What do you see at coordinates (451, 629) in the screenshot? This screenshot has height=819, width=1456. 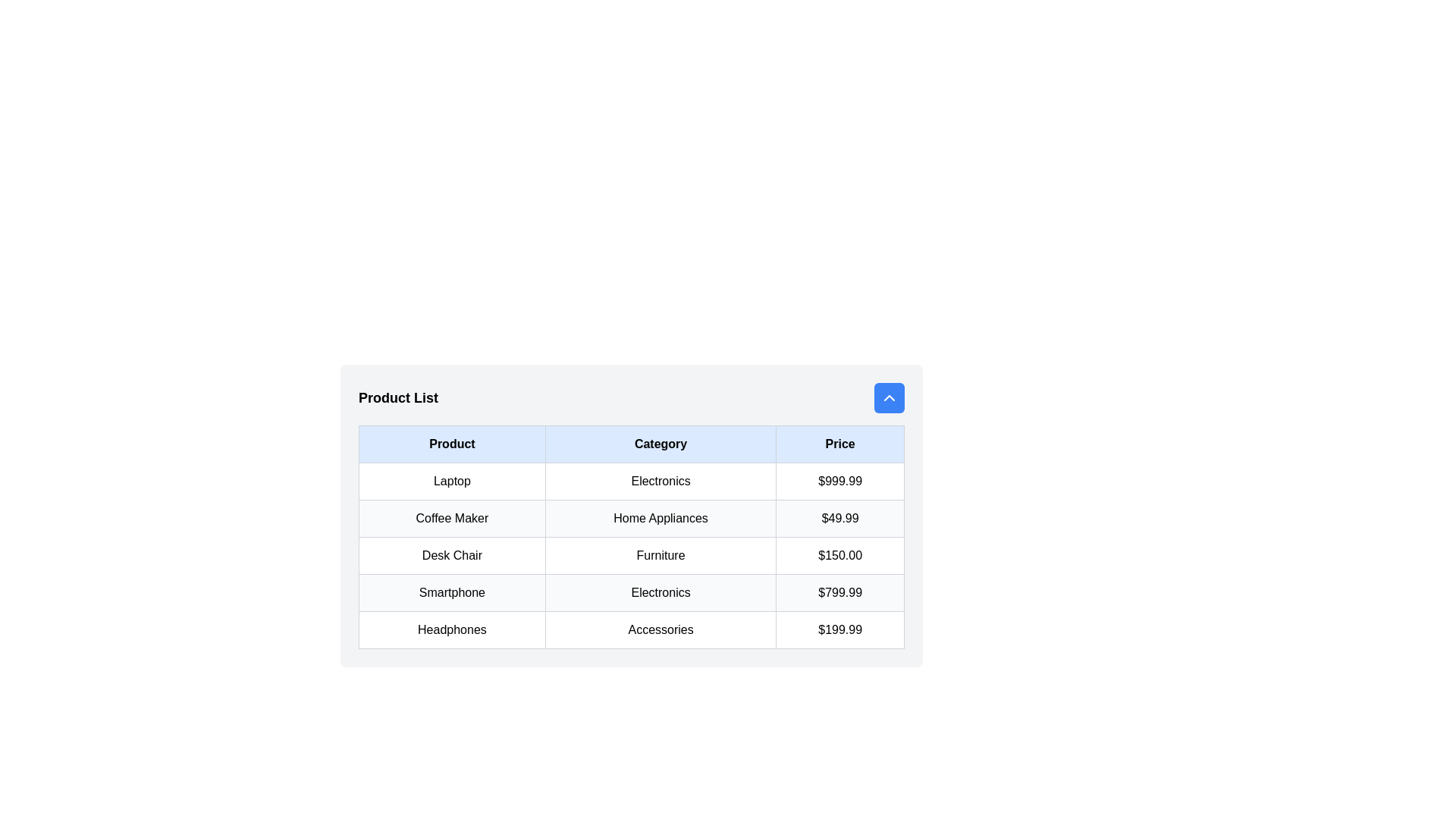 I see `the 'Headphones' text label in the first column of the last row of the product list table for additional details` at bounding box center [451, 629].